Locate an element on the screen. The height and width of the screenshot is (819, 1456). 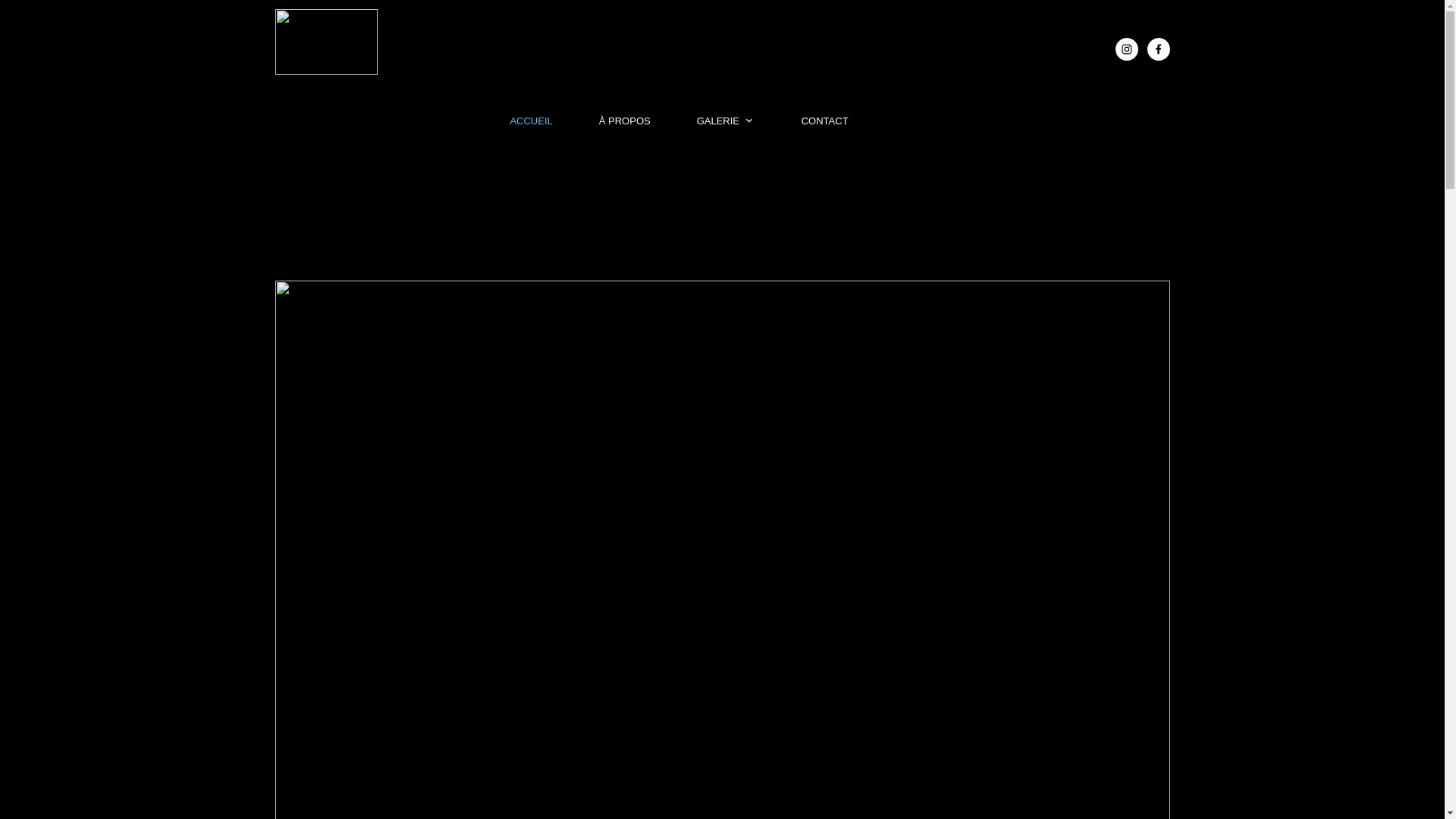
'CONTACT' is located at coordinates (824, 120).